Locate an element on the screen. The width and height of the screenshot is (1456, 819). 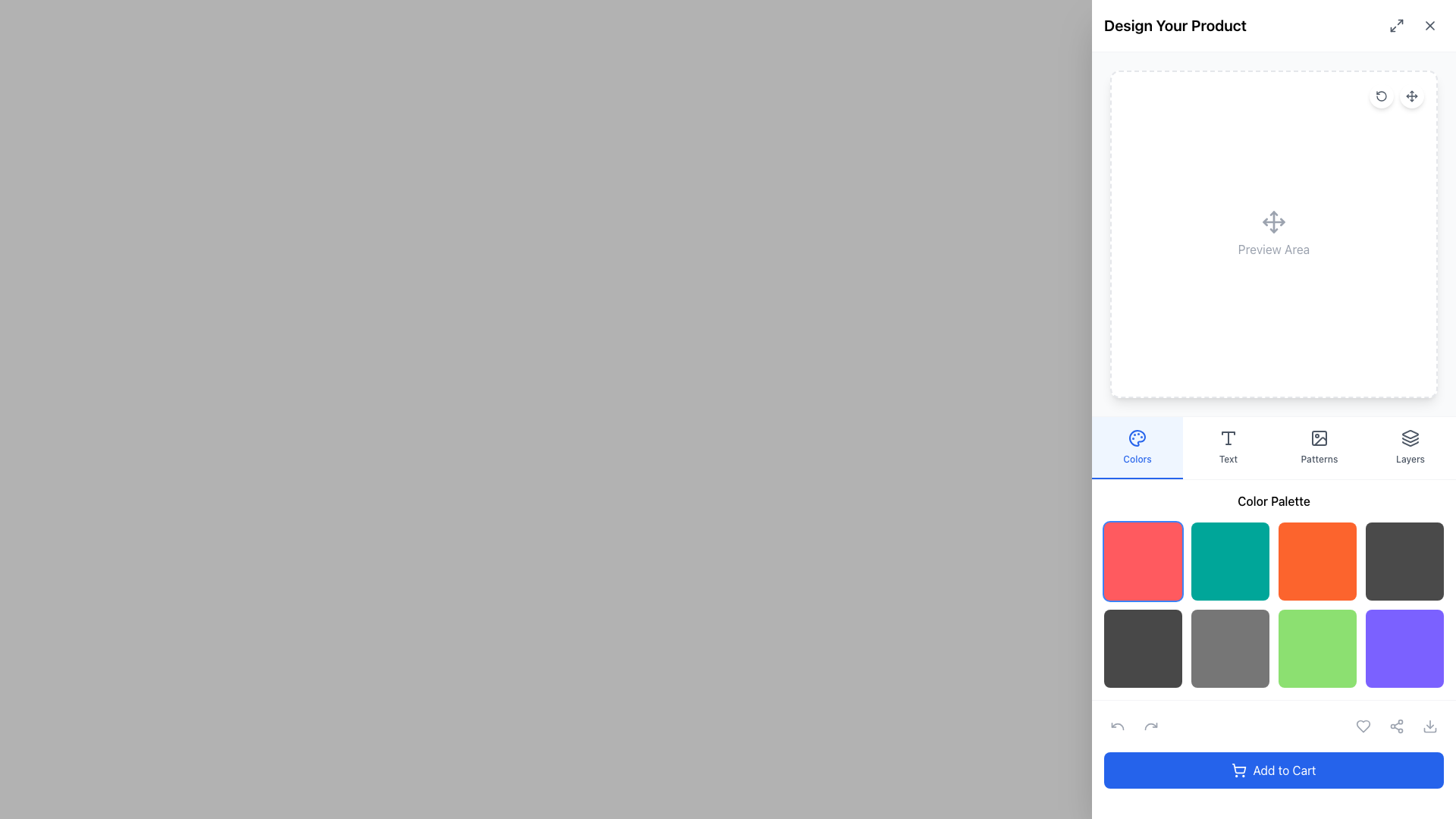
the circular palette icon with a blue outline and dotted patterns, which is part of the highlighted 'Colors' button on the leftmost position of the horizontal toolbar in the customization panel is located at coordinates (1137, 438).